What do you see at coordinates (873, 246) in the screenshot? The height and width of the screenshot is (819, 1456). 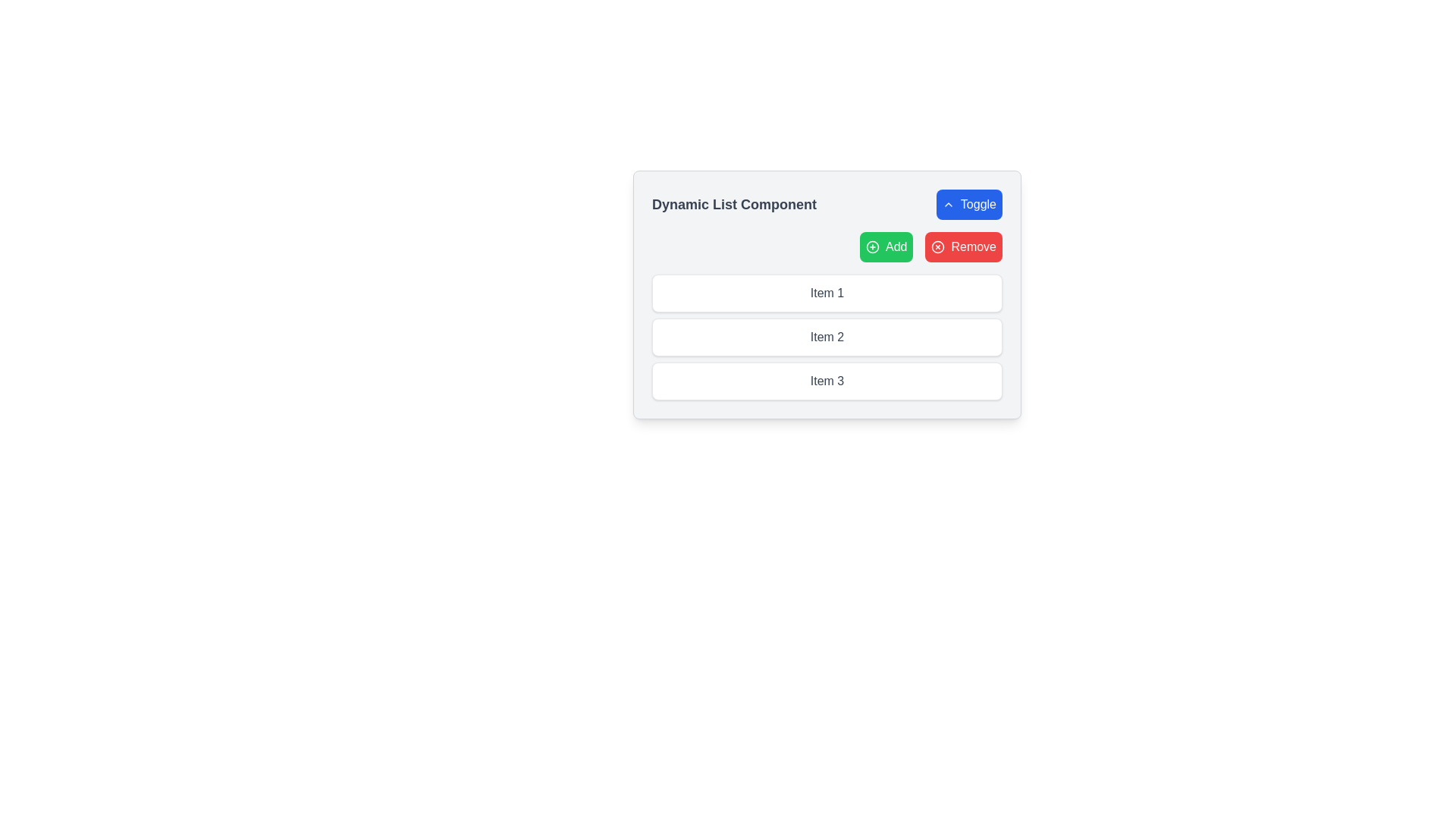 I see `the circular icon with a plus sign located to the left of the 'Add' label in a green button group` at bounding box center [873, 246].